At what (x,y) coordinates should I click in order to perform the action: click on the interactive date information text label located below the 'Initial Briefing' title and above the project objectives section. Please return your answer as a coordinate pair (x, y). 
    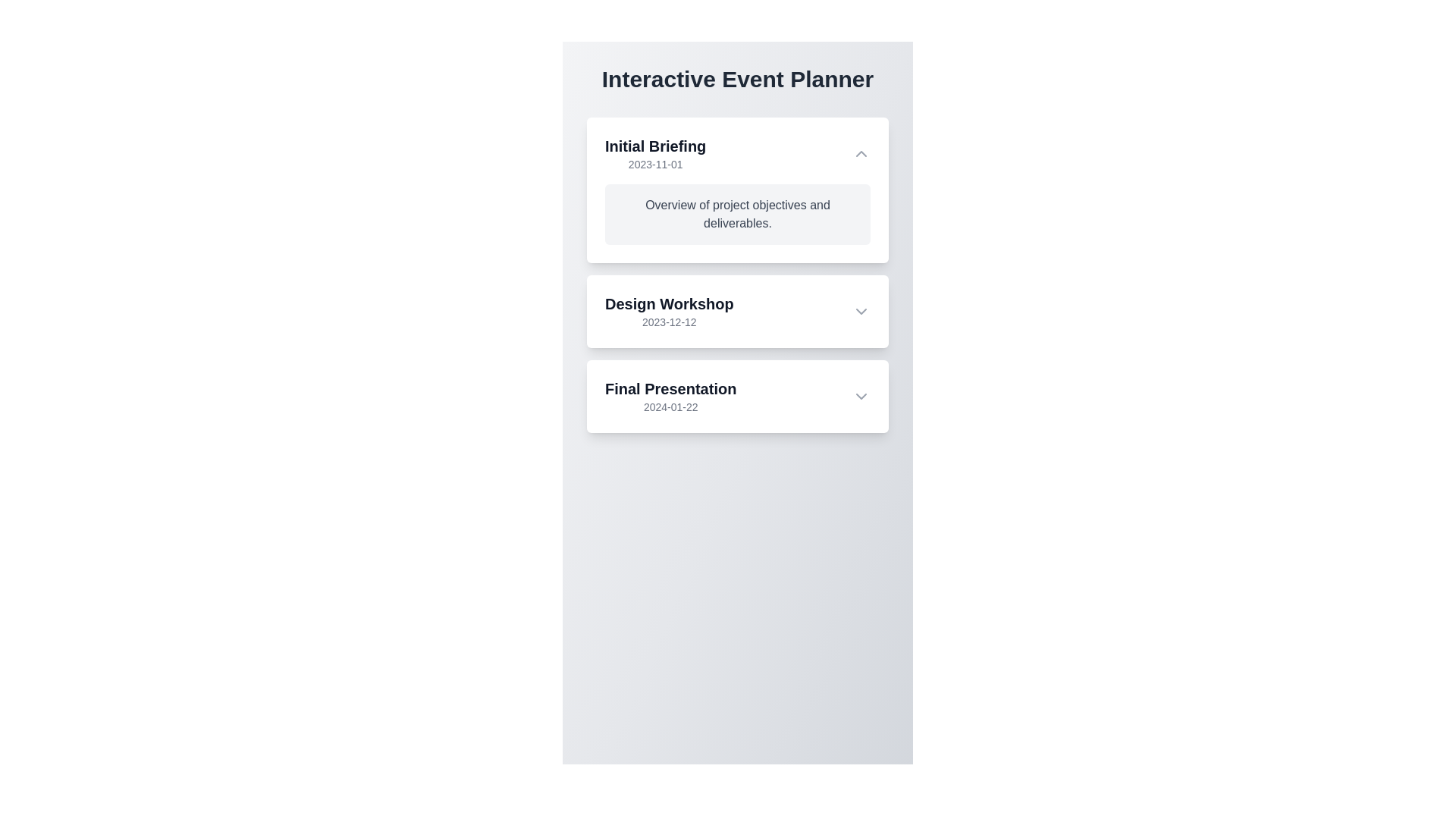
    Looking at the image, I should click on (655, 164).